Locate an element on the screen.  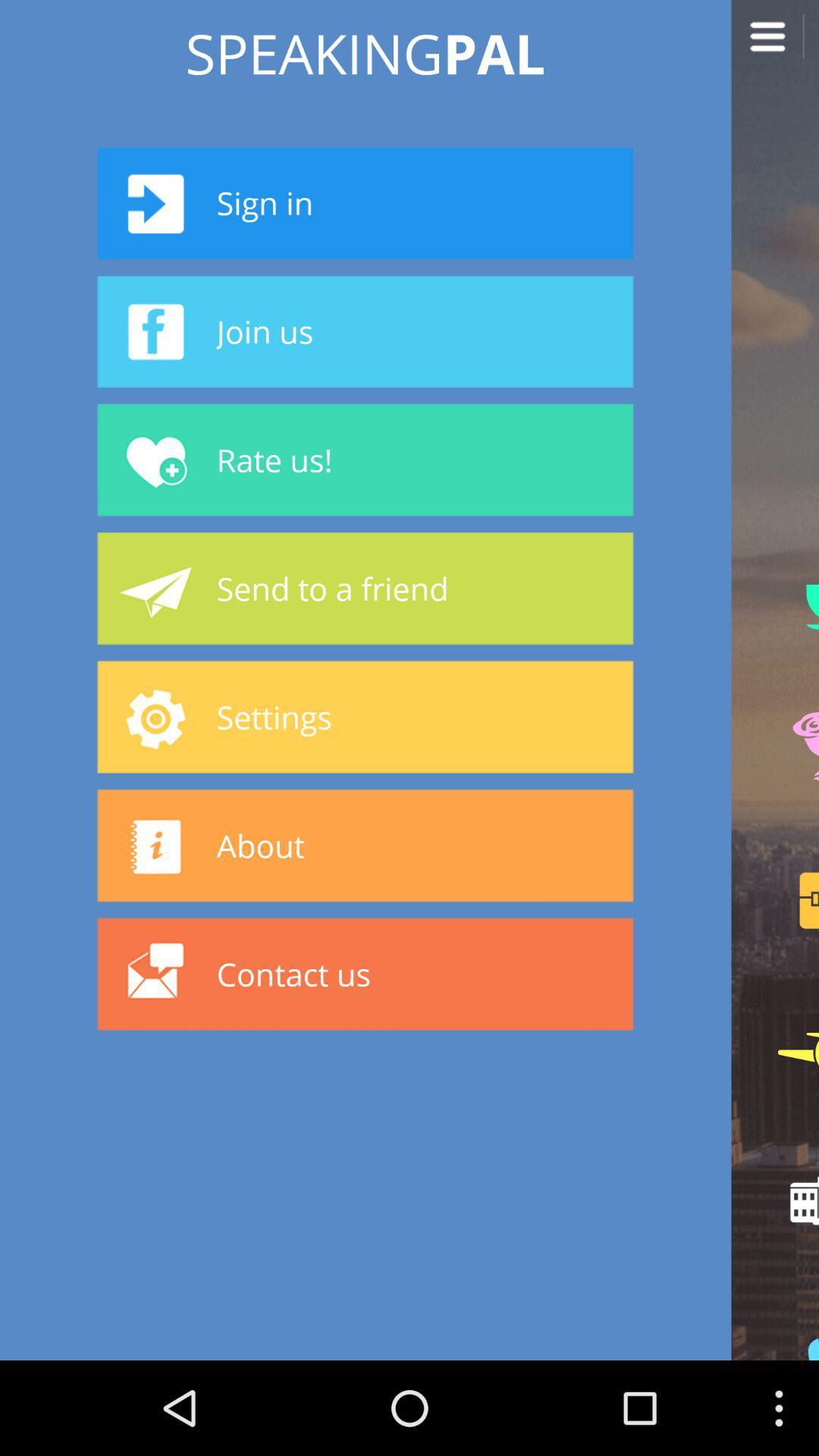
manu is located at coordinates (775, 43).